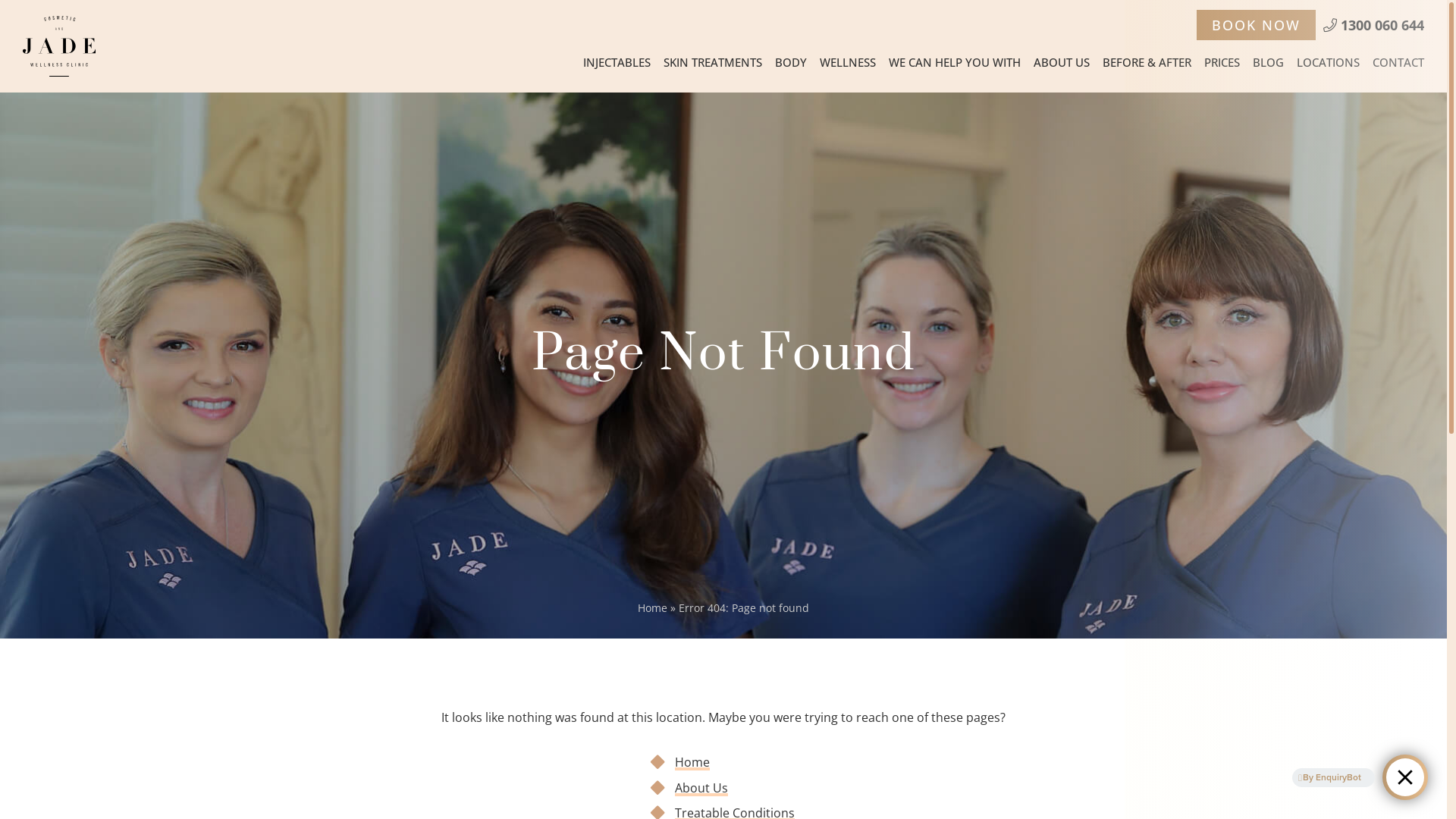 This screenshot has height=819, width=1456. What do you see at coordinates (1268, 61) in the screenshot?
I see `'BLOG'` at bounding box center [1268, 61].